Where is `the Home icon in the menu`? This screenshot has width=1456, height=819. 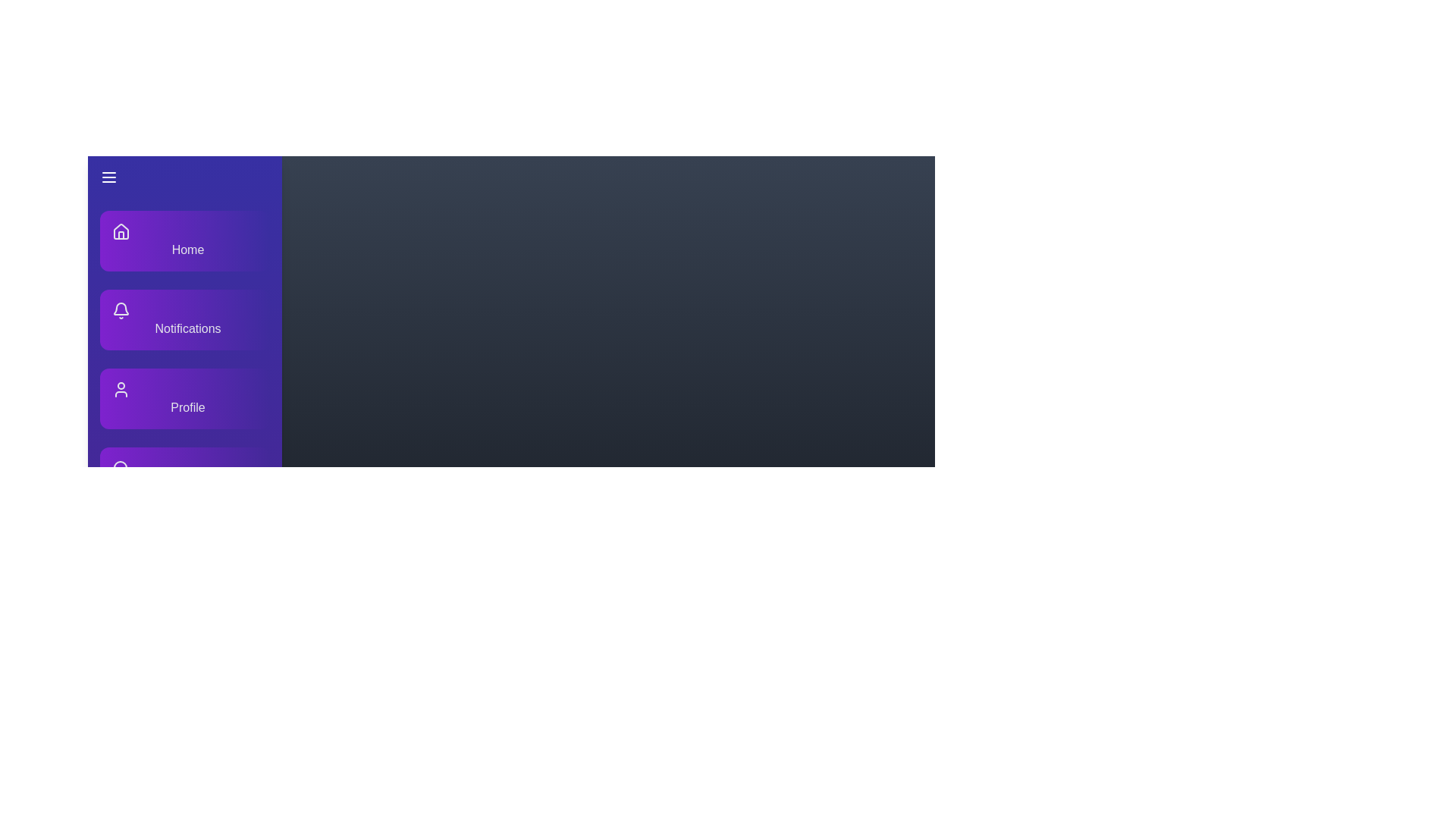
the Home icon in the menu is located at coordinates (120, 231).